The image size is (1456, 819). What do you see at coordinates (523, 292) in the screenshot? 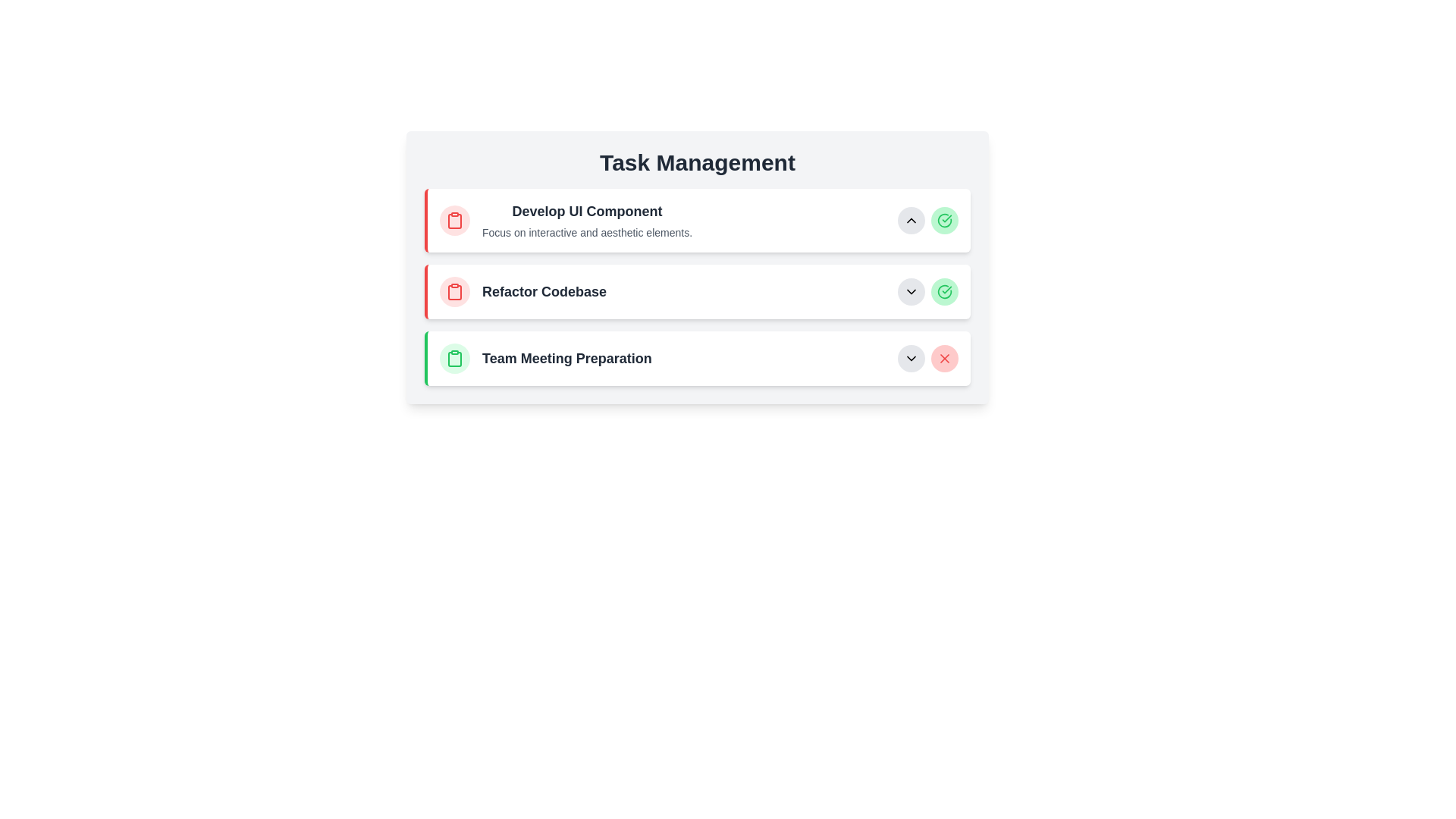
I see `the Task list item labeled 'Refactor Codebase' which is the second item in the task list, positioned below 'Develop UI Component' and above 'Team Meeting Preparation'` at bounding box center [523, 292].